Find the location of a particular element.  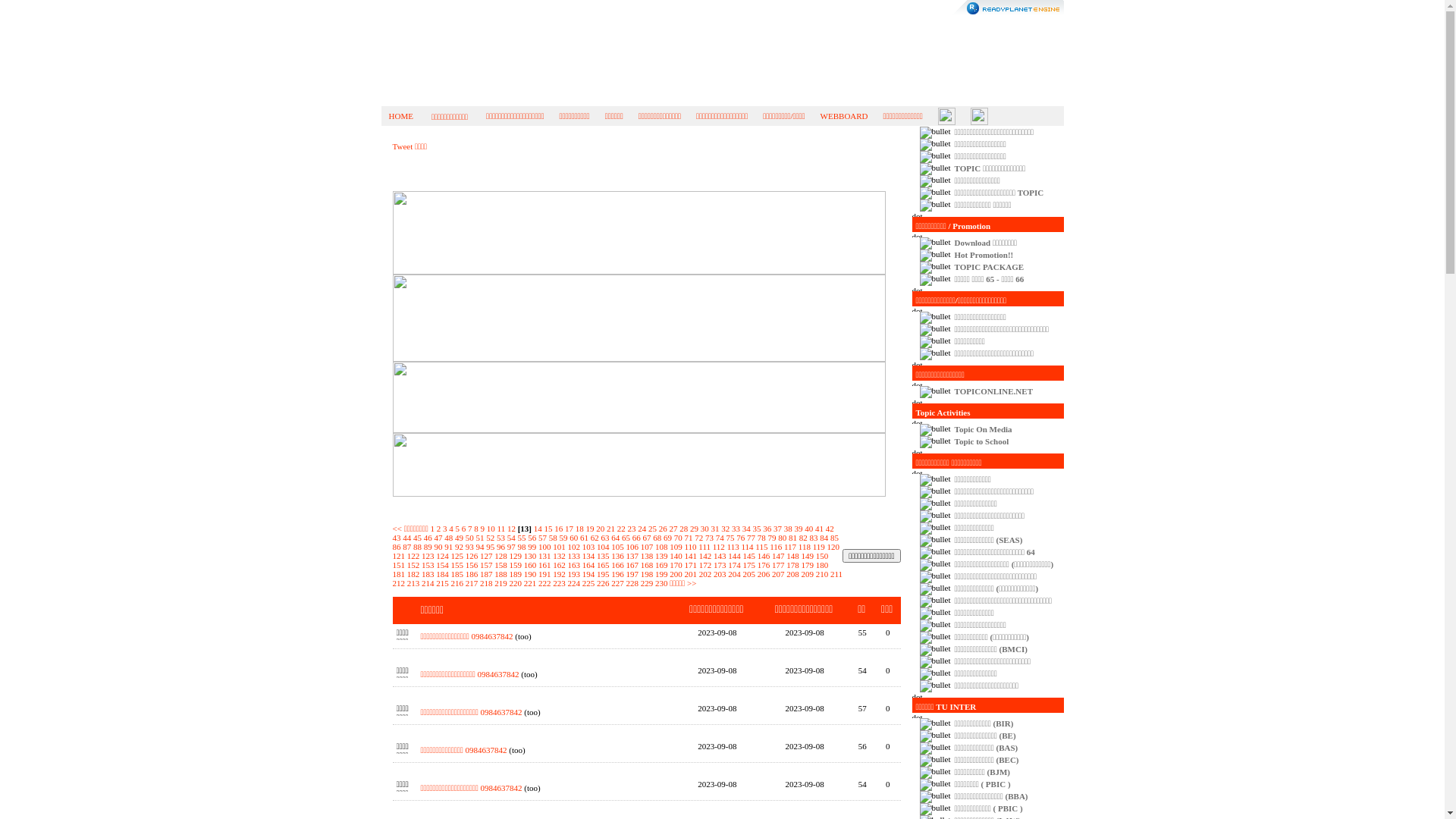

'133' is located at coordinates (573, 555).